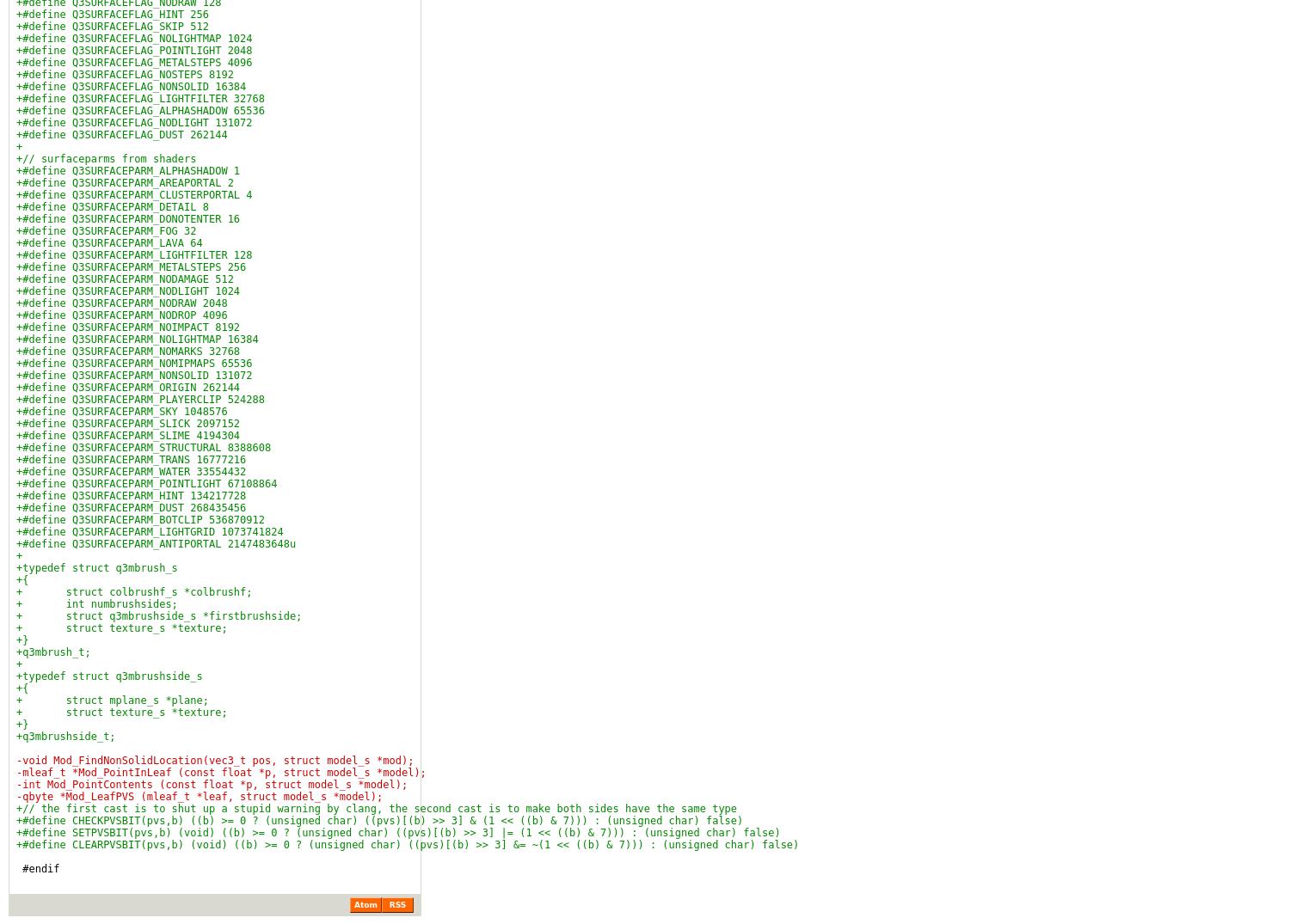 The width and height of the screenshot is (1290, 924). What do you see at coordinates (121, 315) in the screenshot?
I see `'+#define Q3SURFACEPARM_NODROP 4096'` at bounding box center [121, 315].